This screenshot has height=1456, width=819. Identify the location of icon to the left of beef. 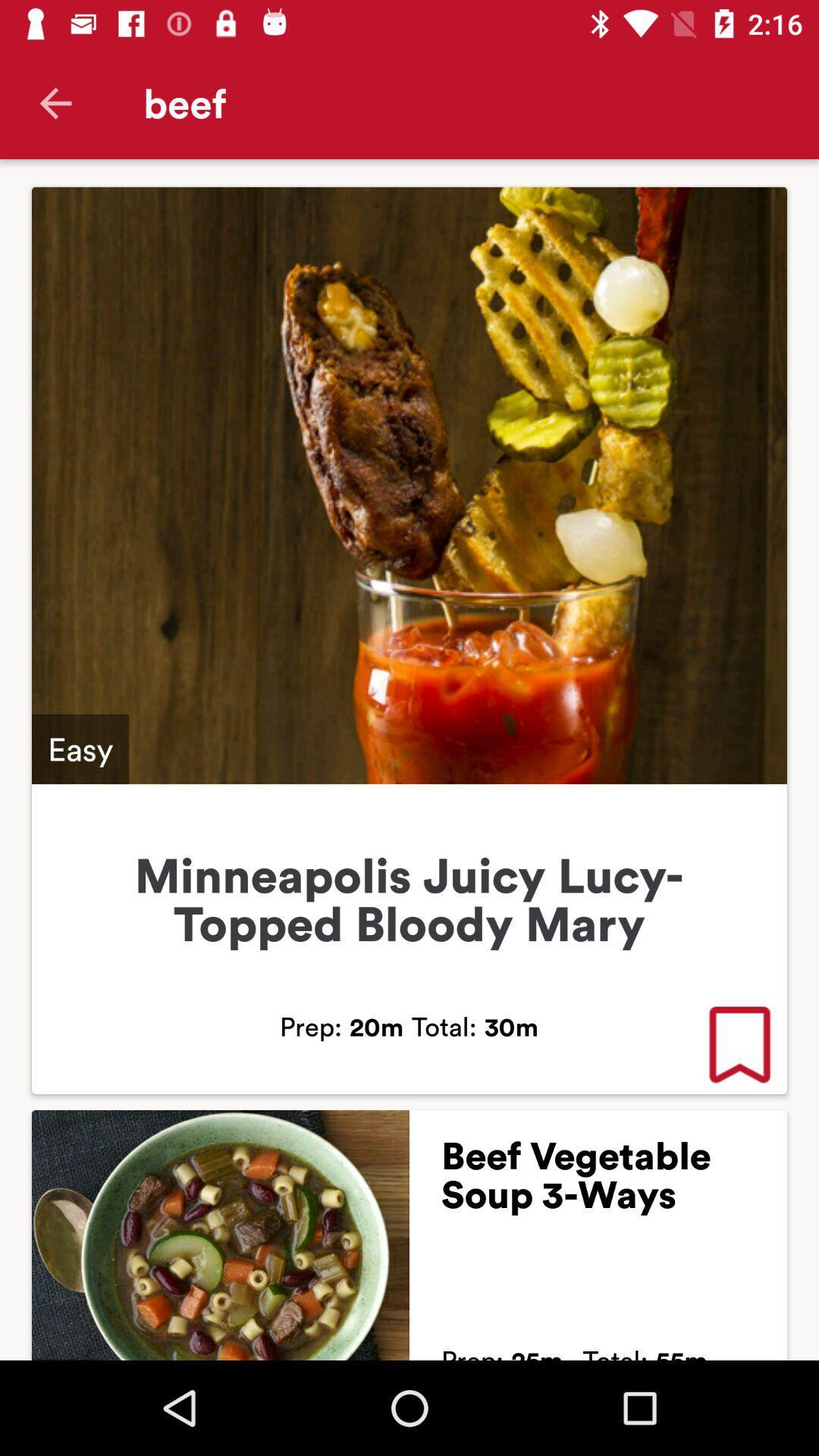
(55, 102).